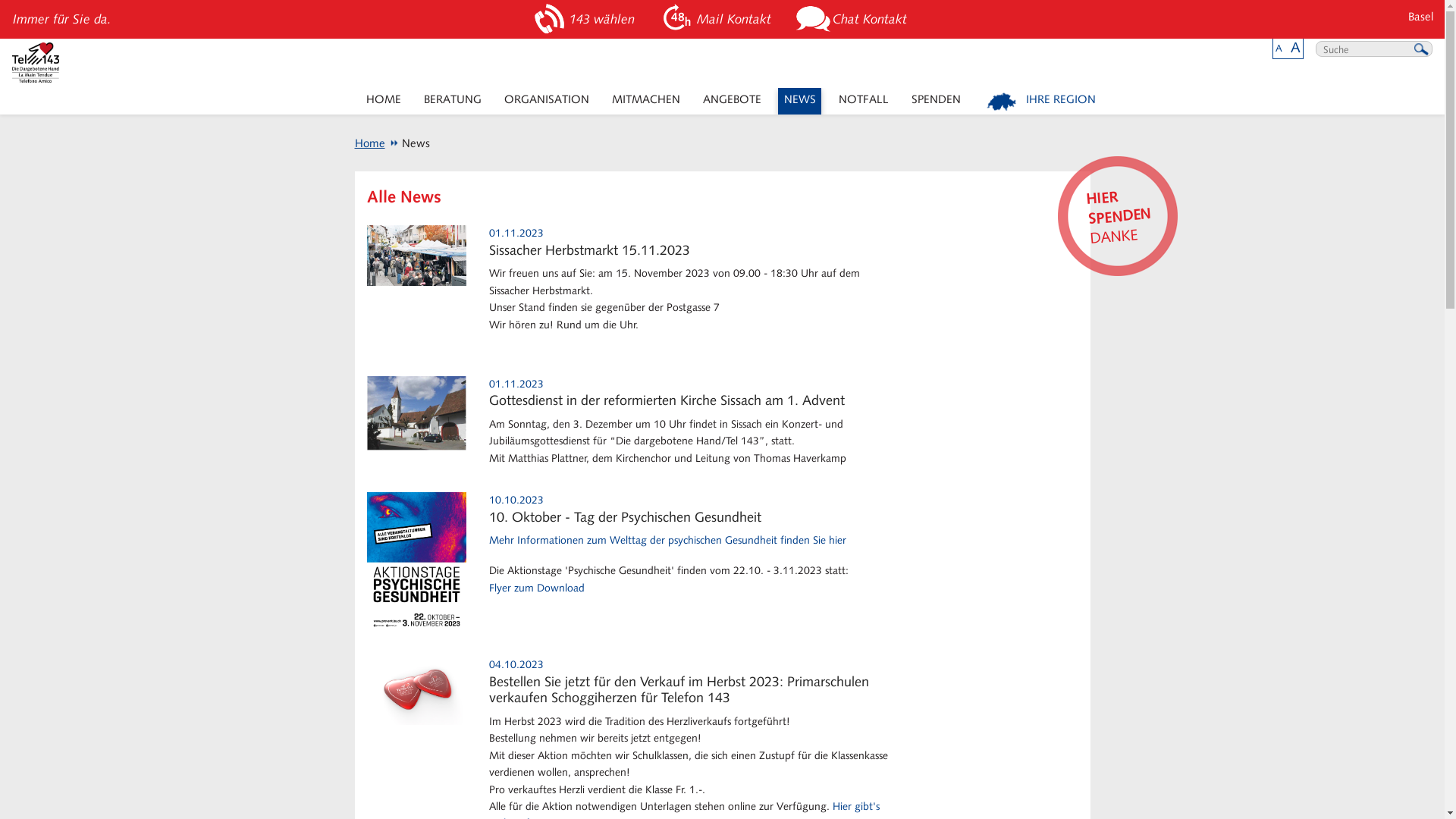 This screenshot has height=819, width=1456. I want to click on 'ANGEBOTE', so click(695, 101).